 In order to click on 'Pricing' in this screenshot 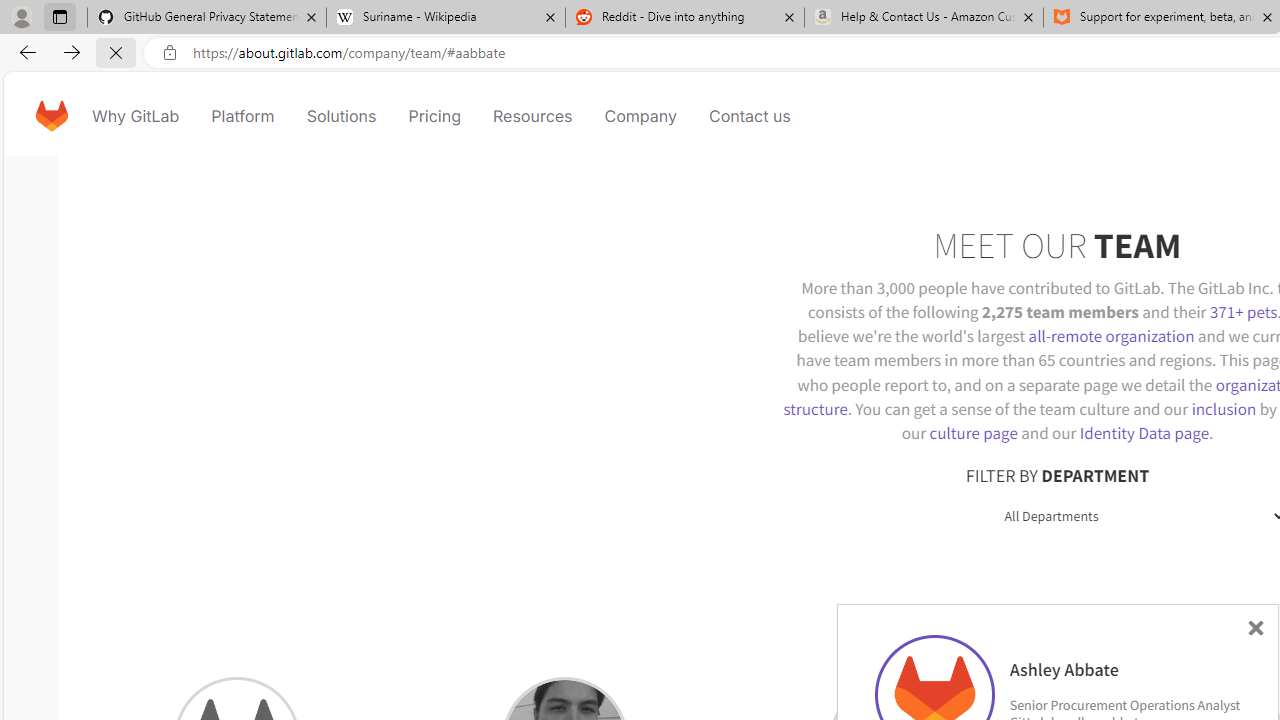, I will do `click(432, 115)`.